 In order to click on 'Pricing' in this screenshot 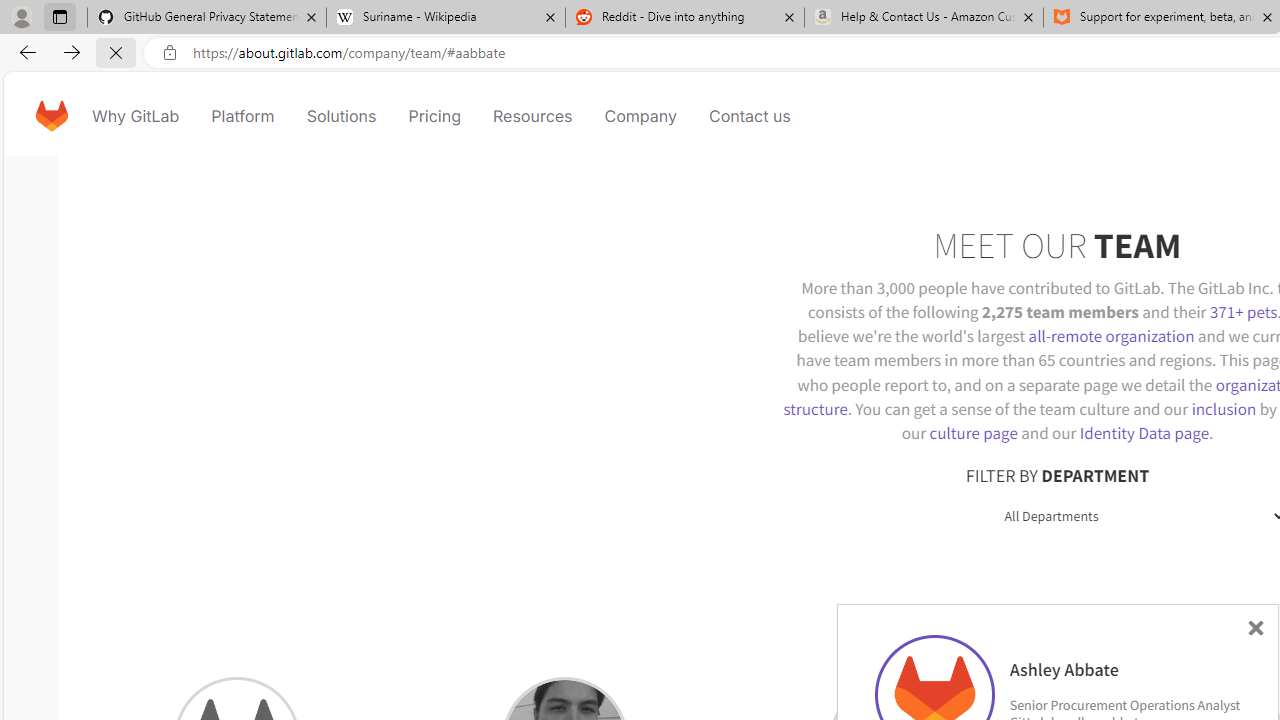, I will do `click(432, 115)`.